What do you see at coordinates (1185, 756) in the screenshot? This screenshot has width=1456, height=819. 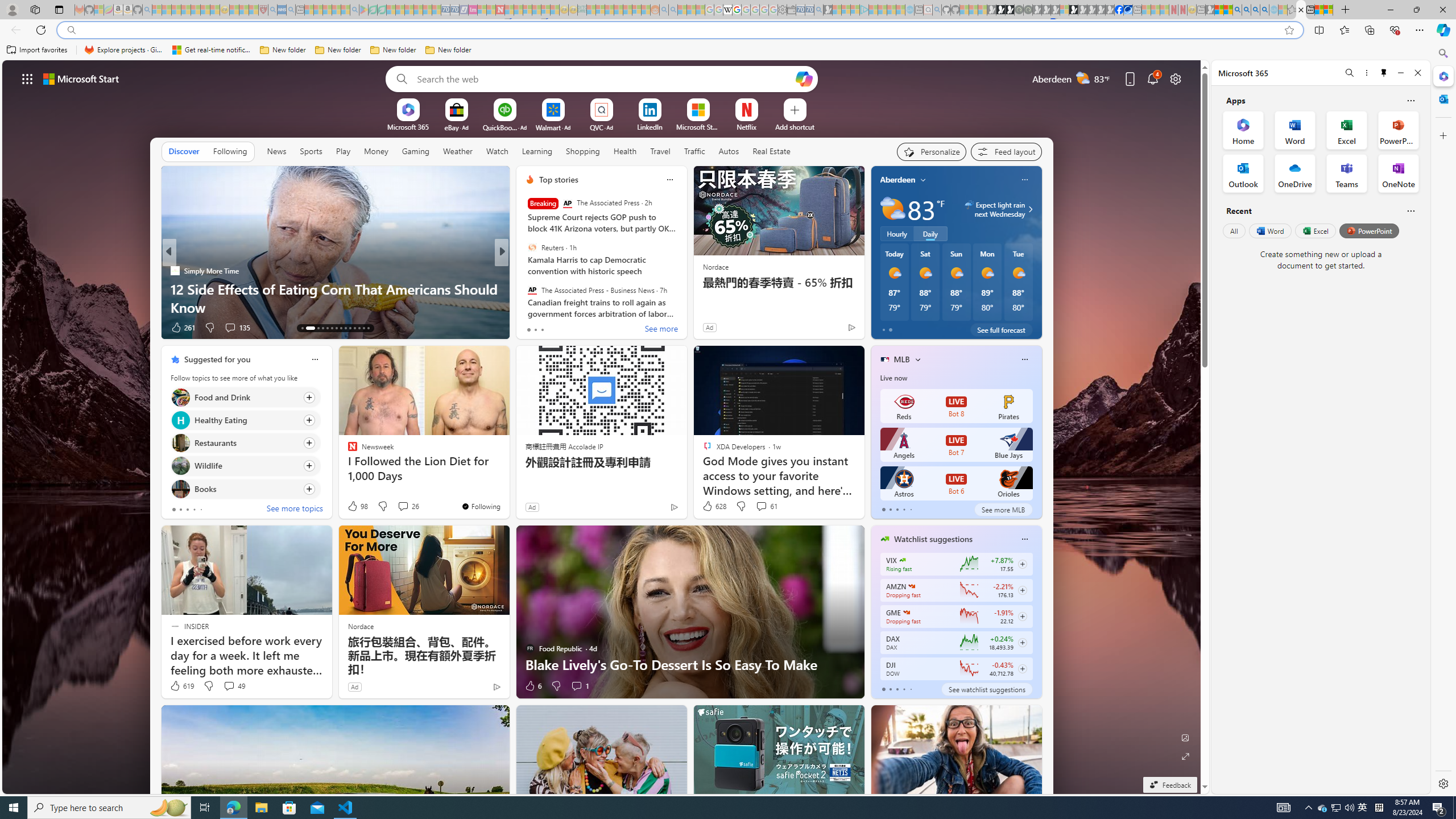 I see `'Expand background'` at bounding box center [1185, 756].